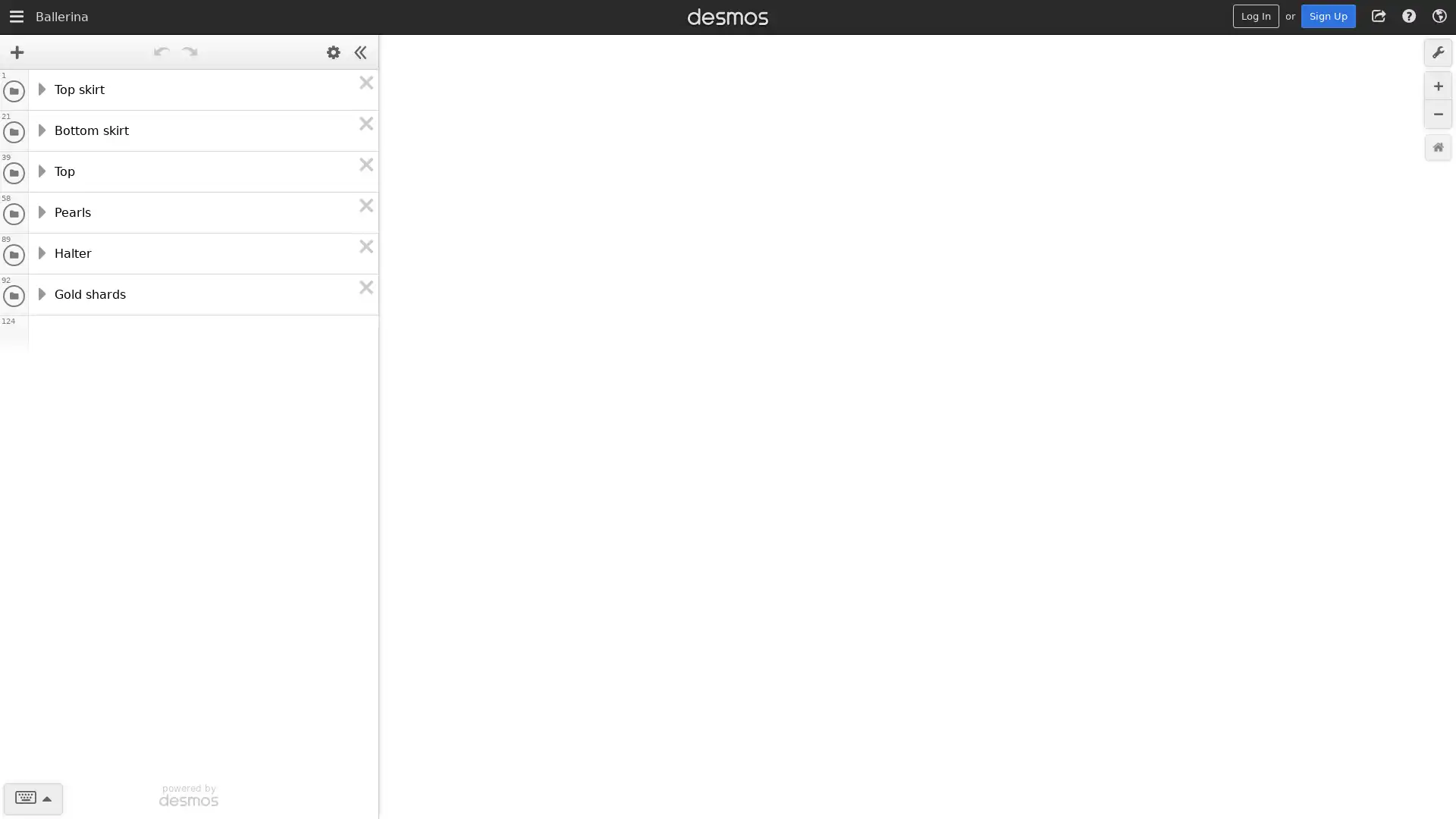  Describe the element at coordinates (40, 250) in the screenshot. I see `Collapse Folder` at that location.